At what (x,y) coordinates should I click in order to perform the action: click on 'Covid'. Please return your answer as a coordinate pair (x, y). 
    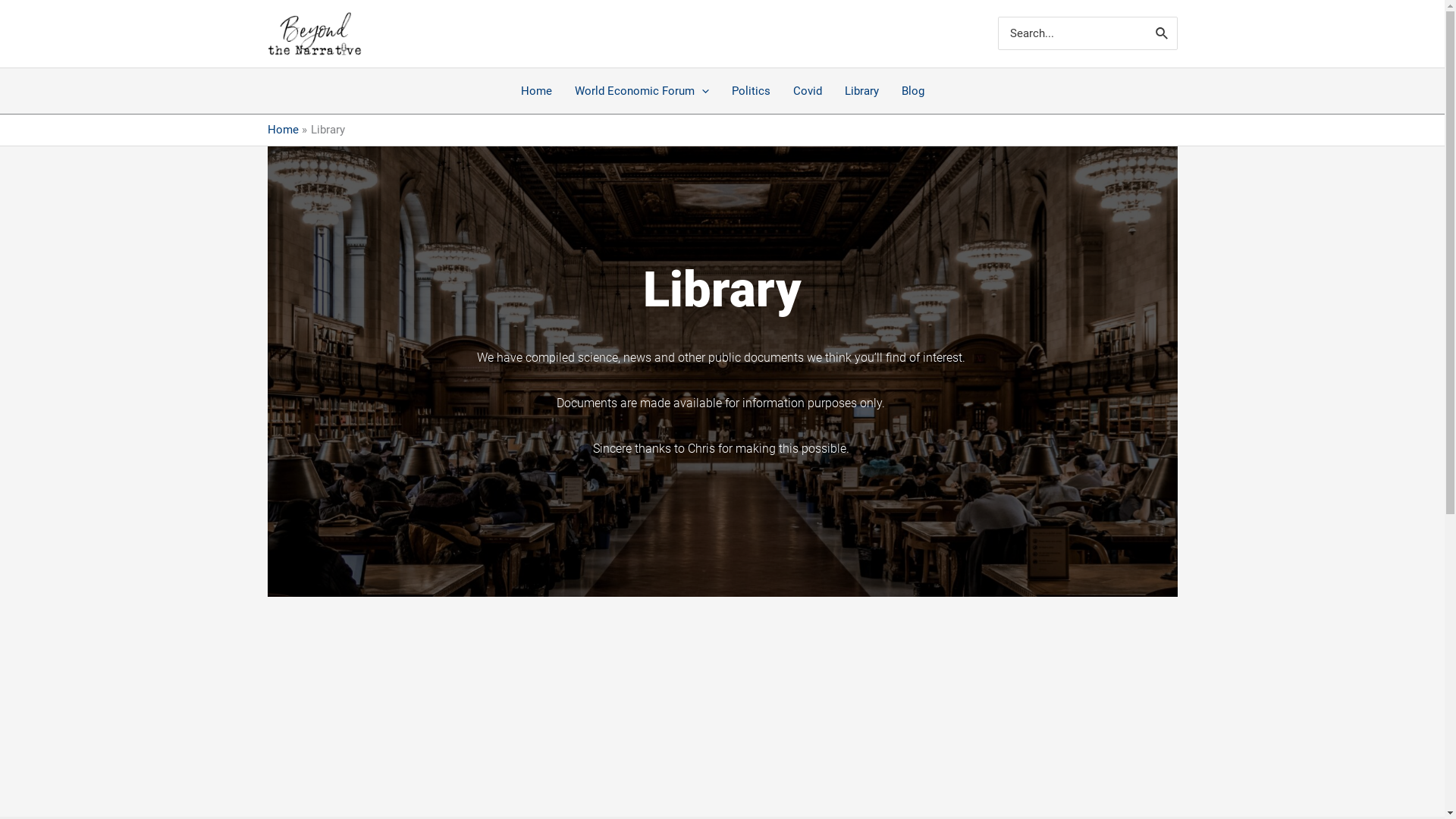
    Looking at the image, I should click on (806, 90).